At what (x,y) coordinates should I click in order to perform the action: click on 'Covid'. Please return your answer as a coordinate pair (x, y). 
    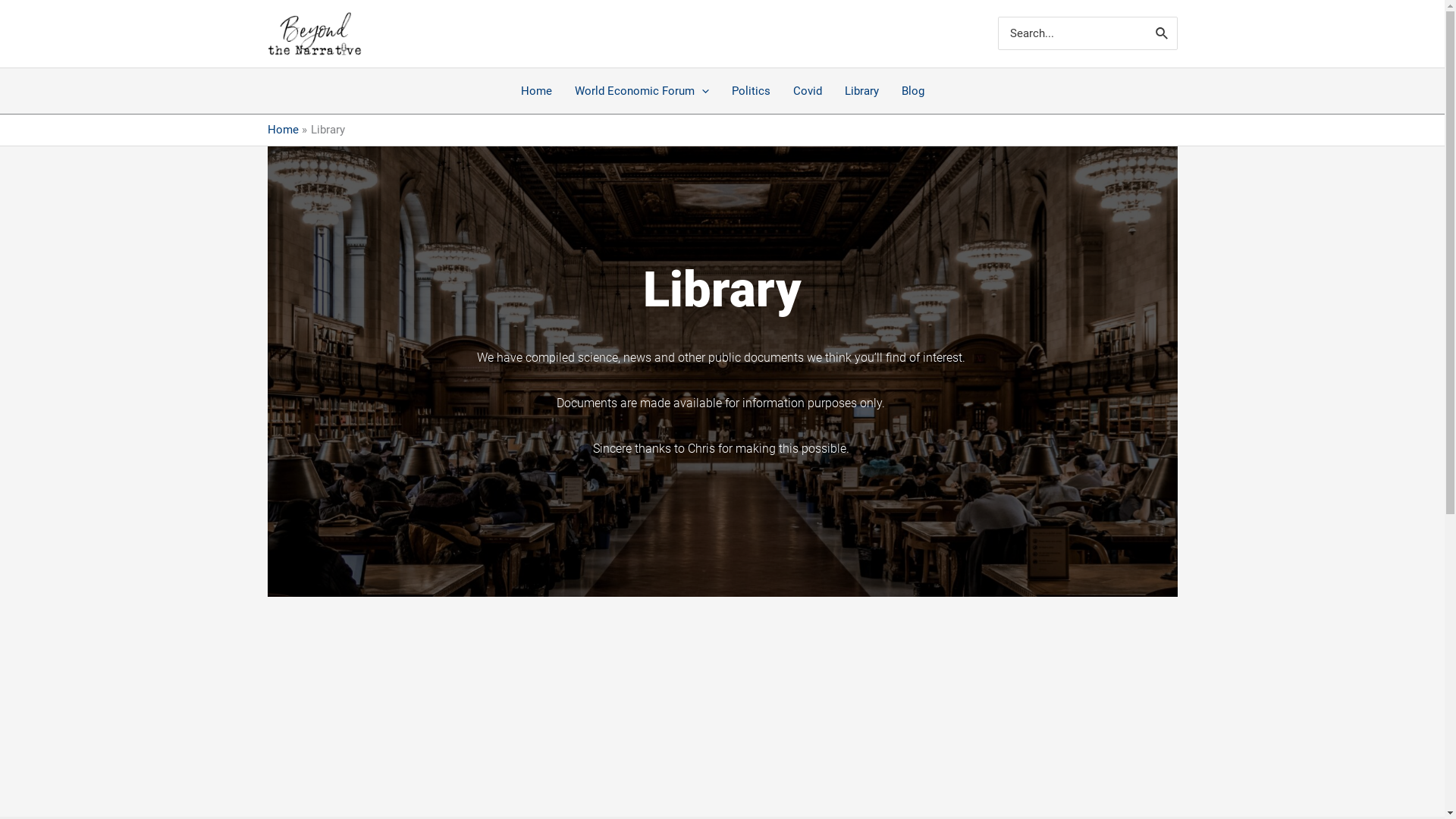
    Looking at the image, I should click on (806, 90).